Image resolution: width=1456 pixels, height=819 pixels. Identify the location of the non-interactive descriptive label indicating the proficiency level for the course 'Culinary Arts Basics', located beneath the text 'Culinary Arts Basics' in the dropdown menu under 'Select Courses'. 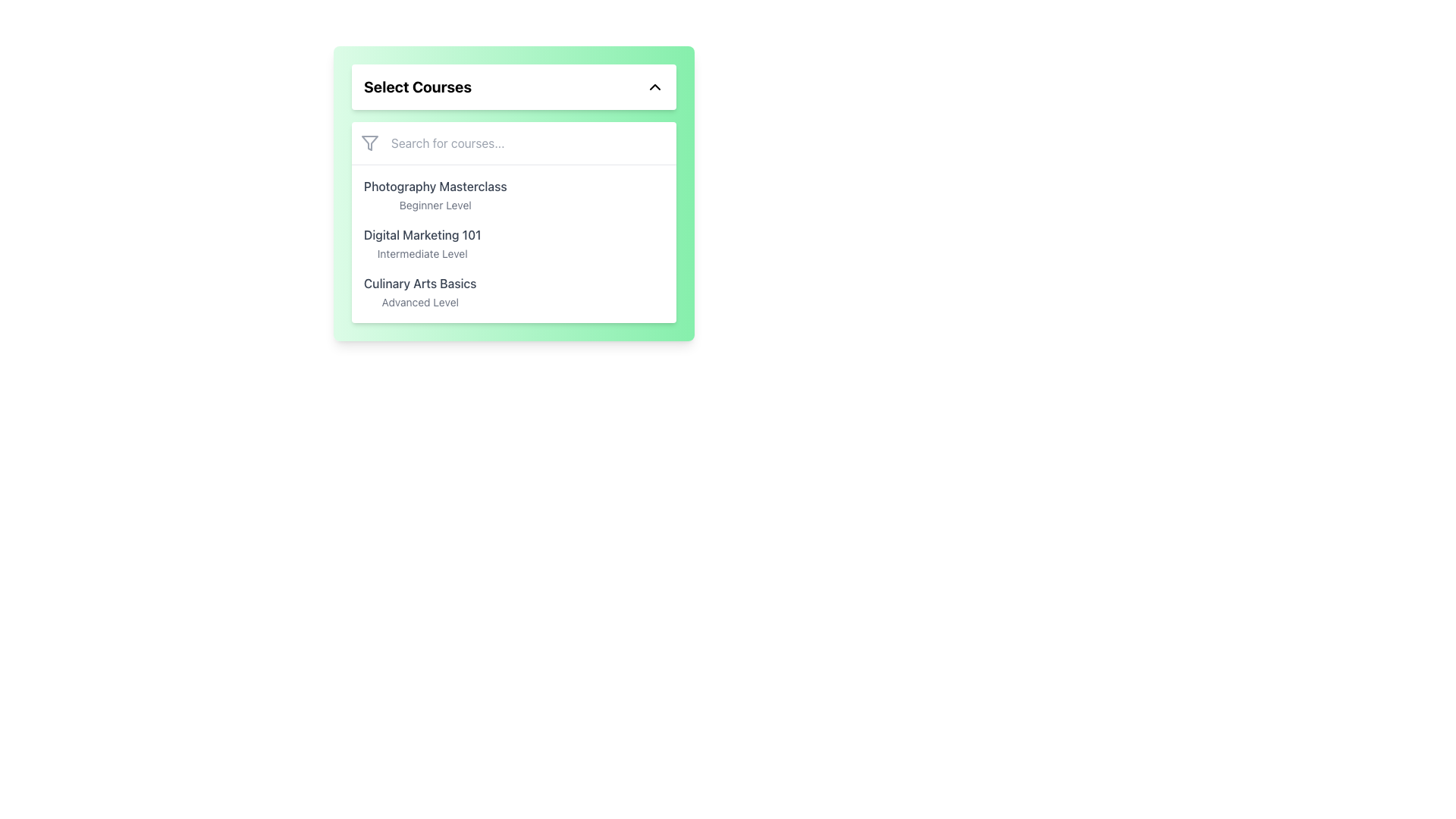
(420, 302).